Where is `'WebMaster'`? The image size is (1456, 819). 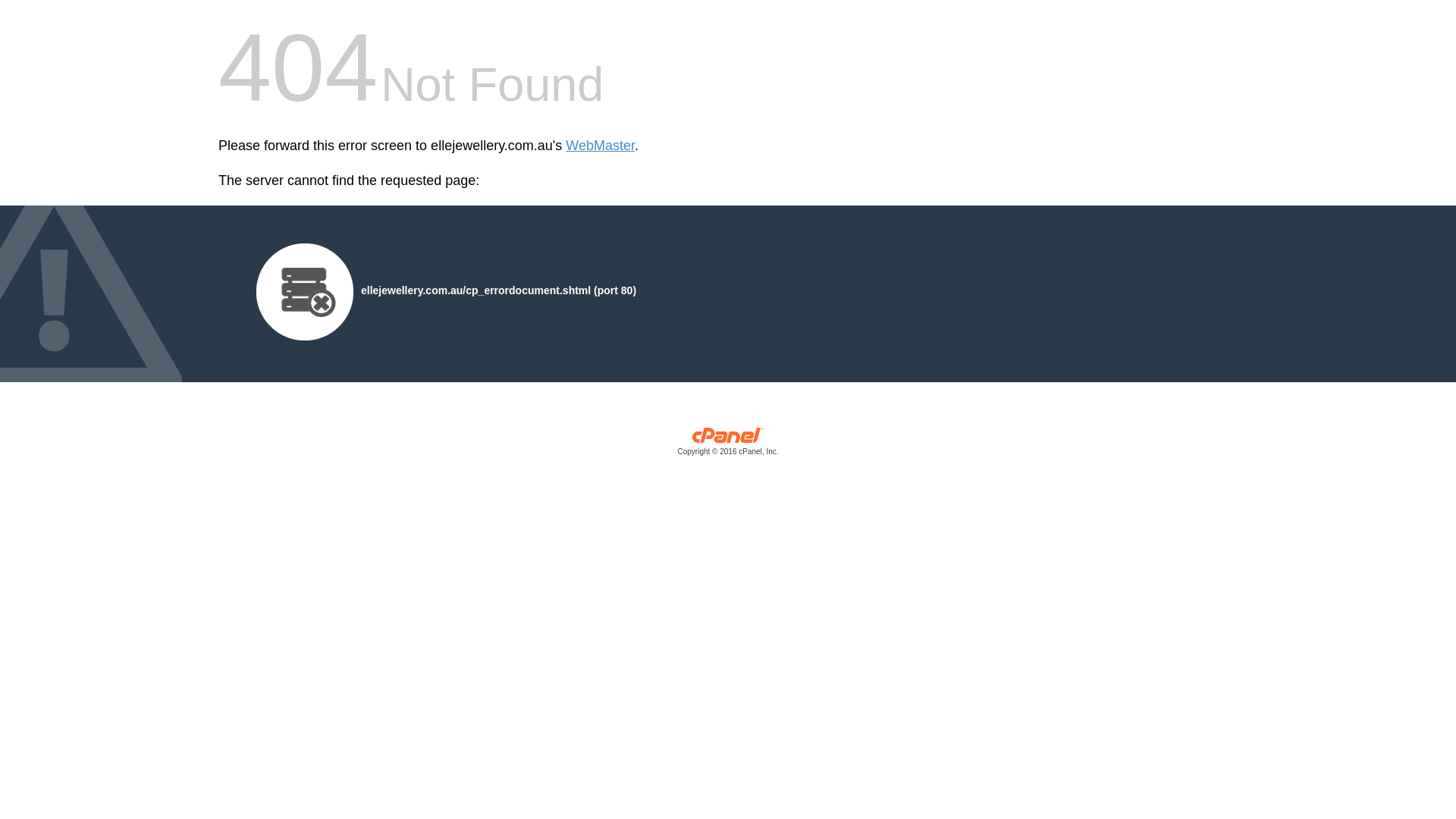
'WebMaster' is located at coordinates (599, 146).